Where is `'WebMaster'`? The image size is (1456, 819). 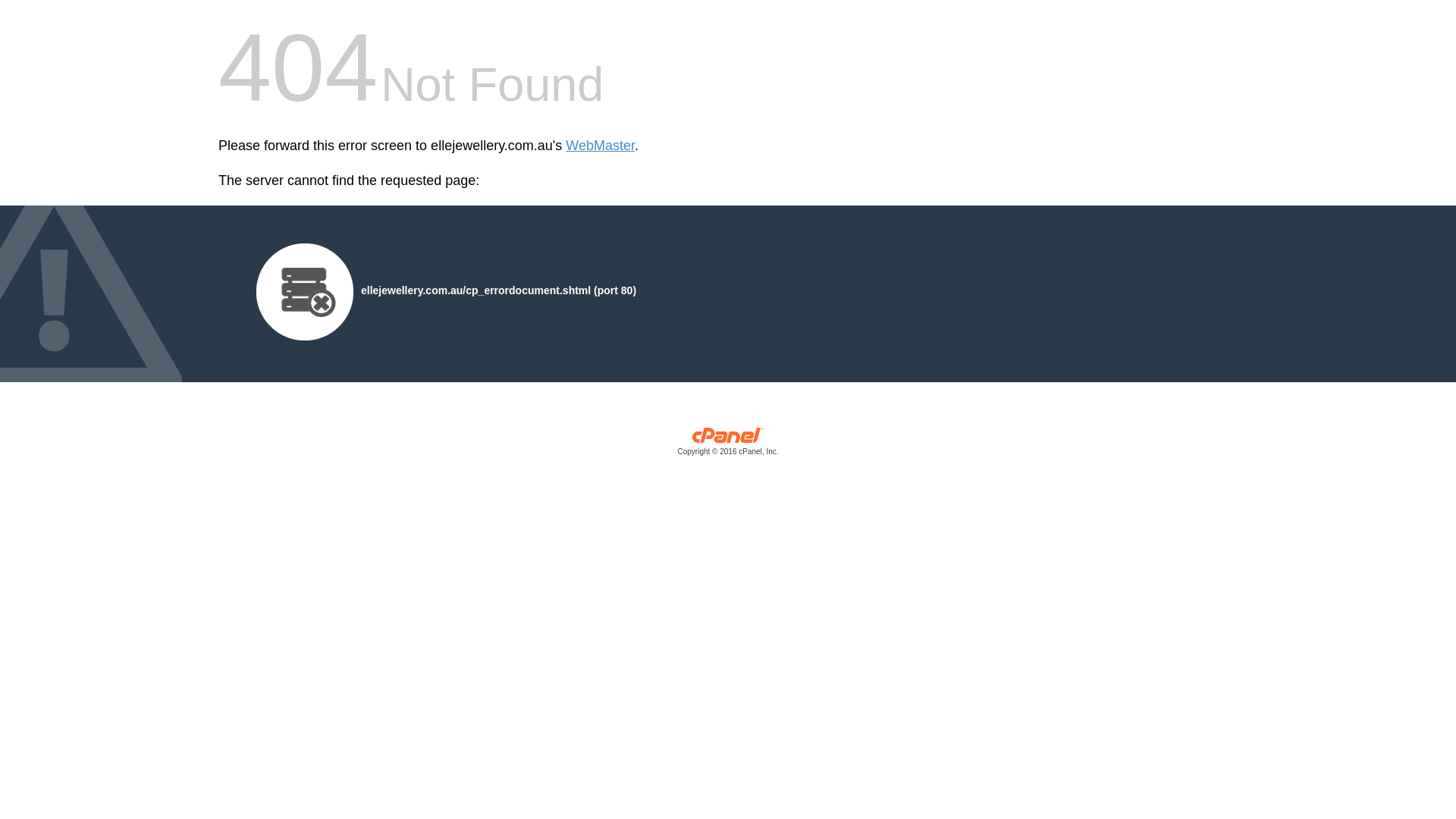
'WebMaster' is located at coordinates (599, 146).